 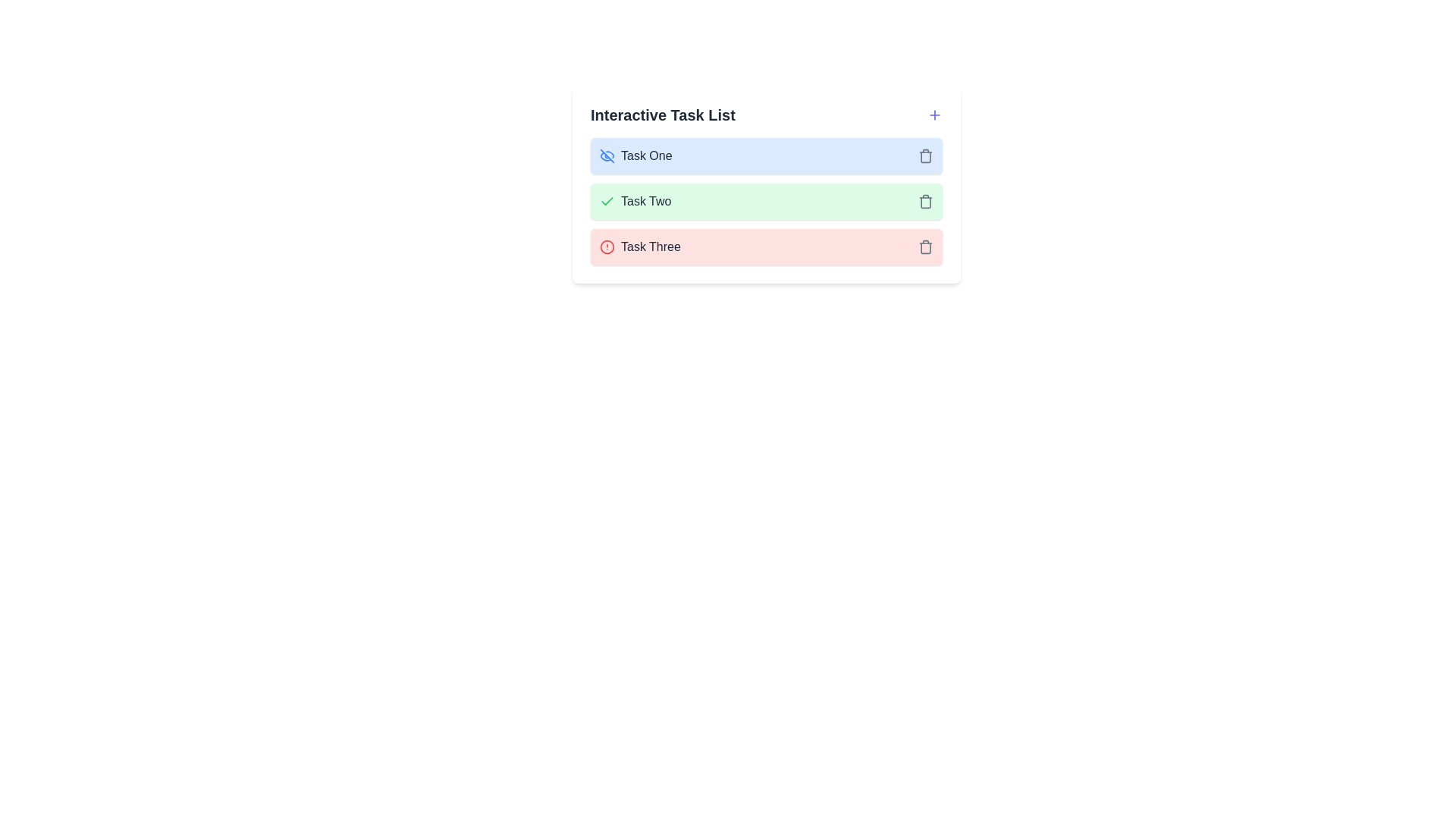 I want to click on the green checkmark icon indicating the completion status of 'Task Two', located at the top-left of the corresponding rectangle, so click(x=607, y=201).